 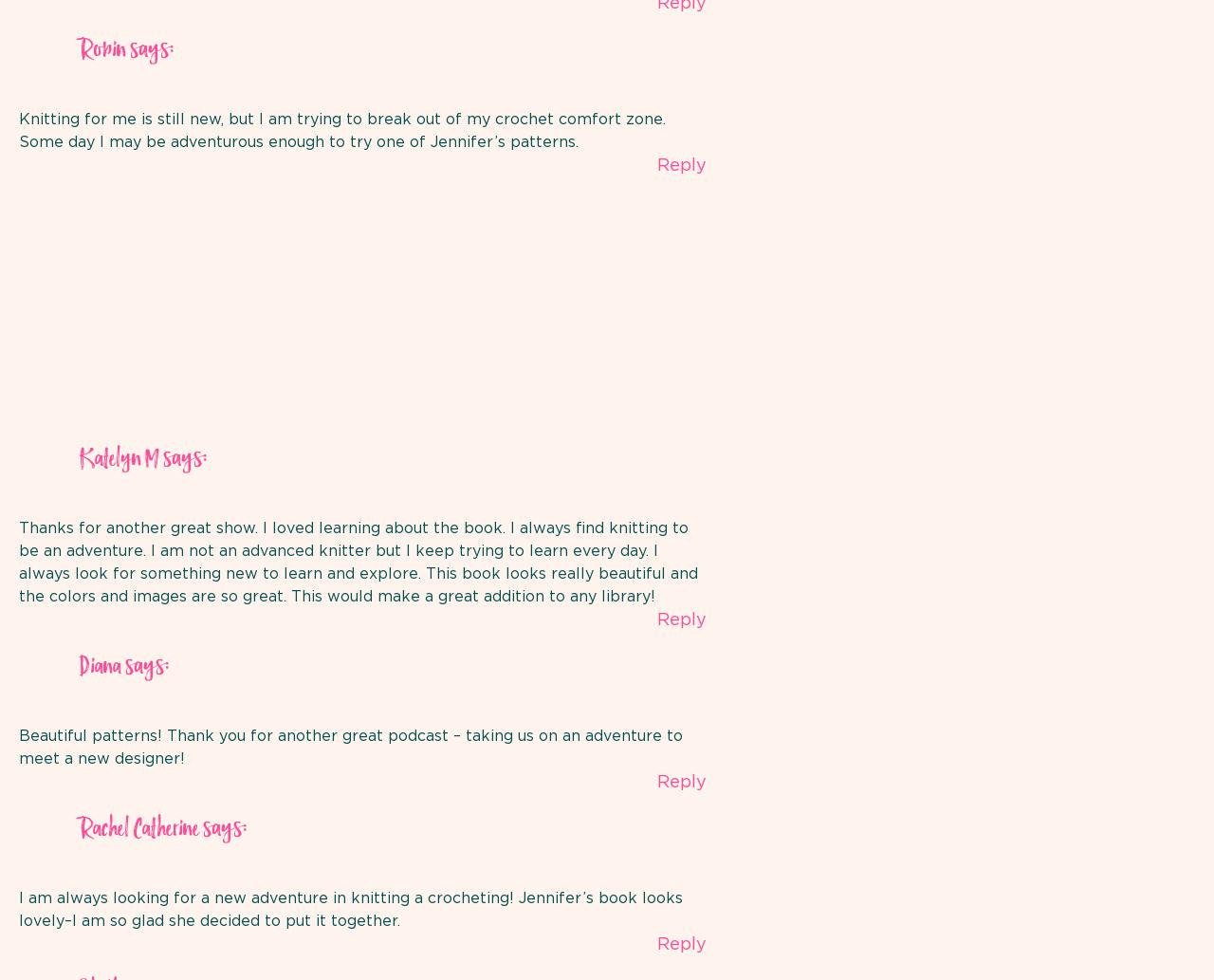 I want to click on 'Knitting for me is still new, but I am trying to break out of my crochet comfort zone.  Some day I may be adventurous enough to try one of Jennifer’s patterns.', so click(x=341, y=131).